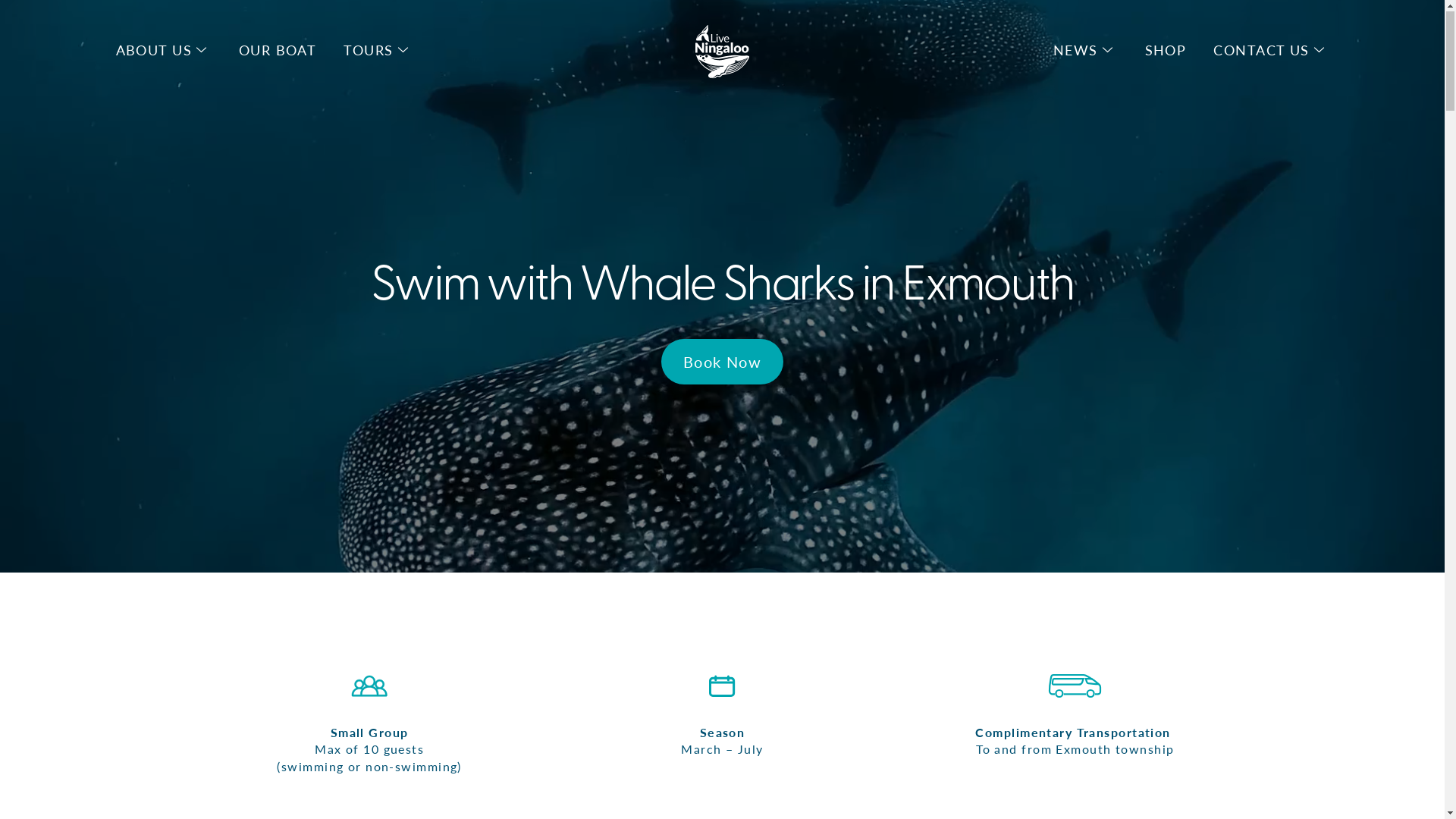  I want to click on 'ABOUT US', so click(153, 49).